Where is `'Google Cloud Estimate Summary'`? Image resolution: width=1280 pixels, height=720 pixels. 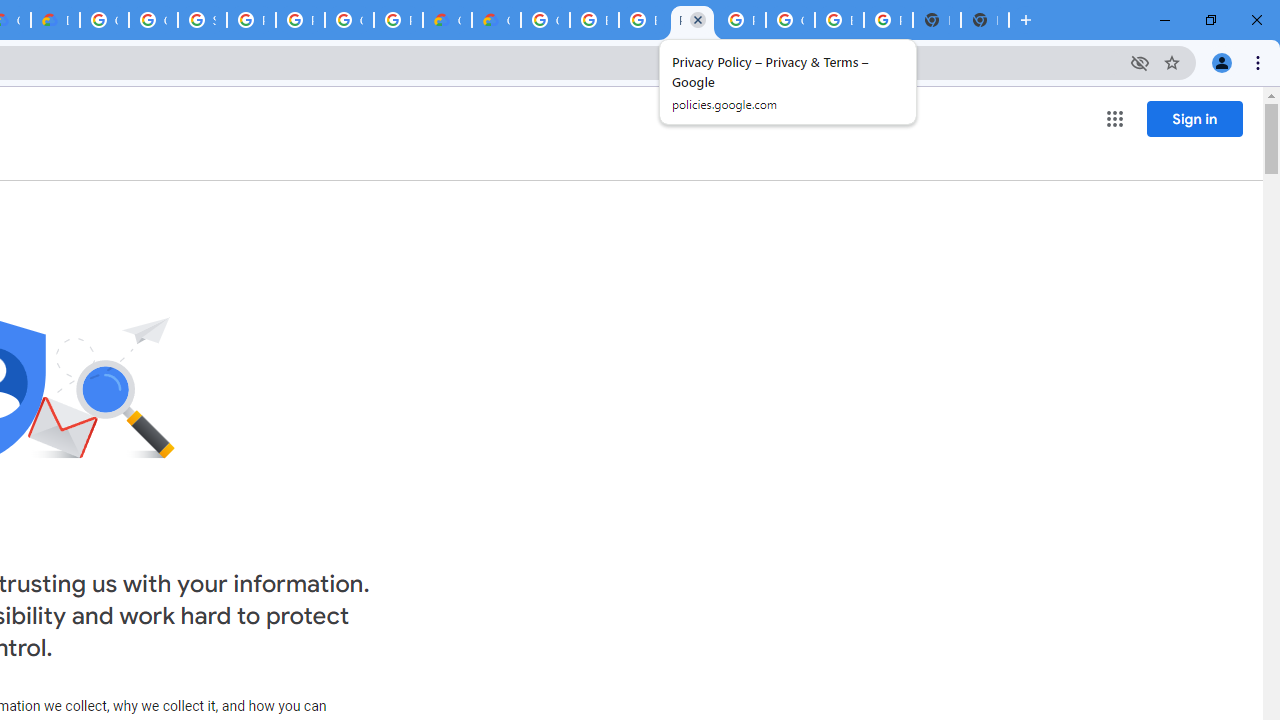
'Google Cloud Estimate Summary' is located at coordinates (496, 20).